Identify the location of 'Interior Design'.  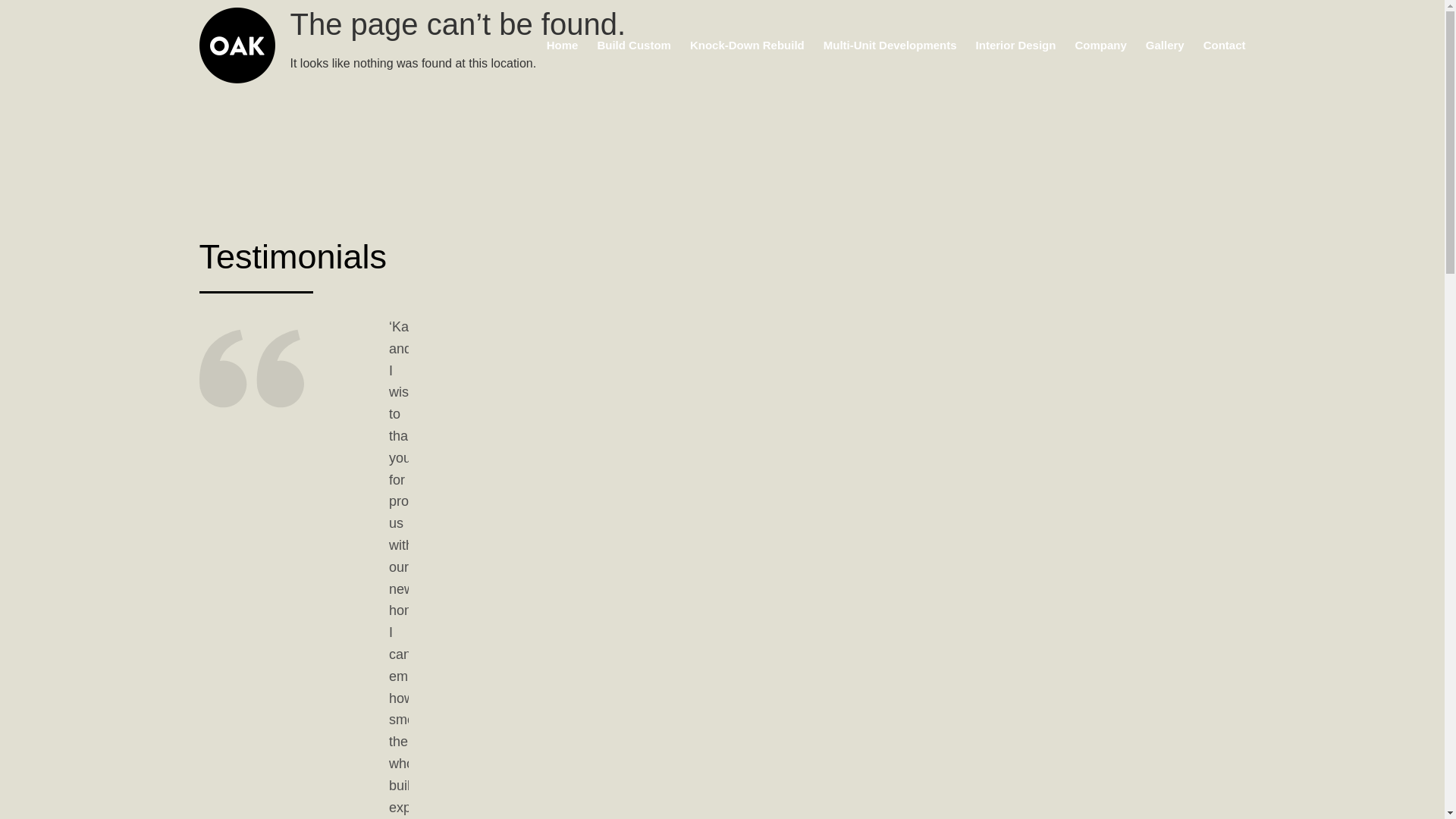
(1015, 45).